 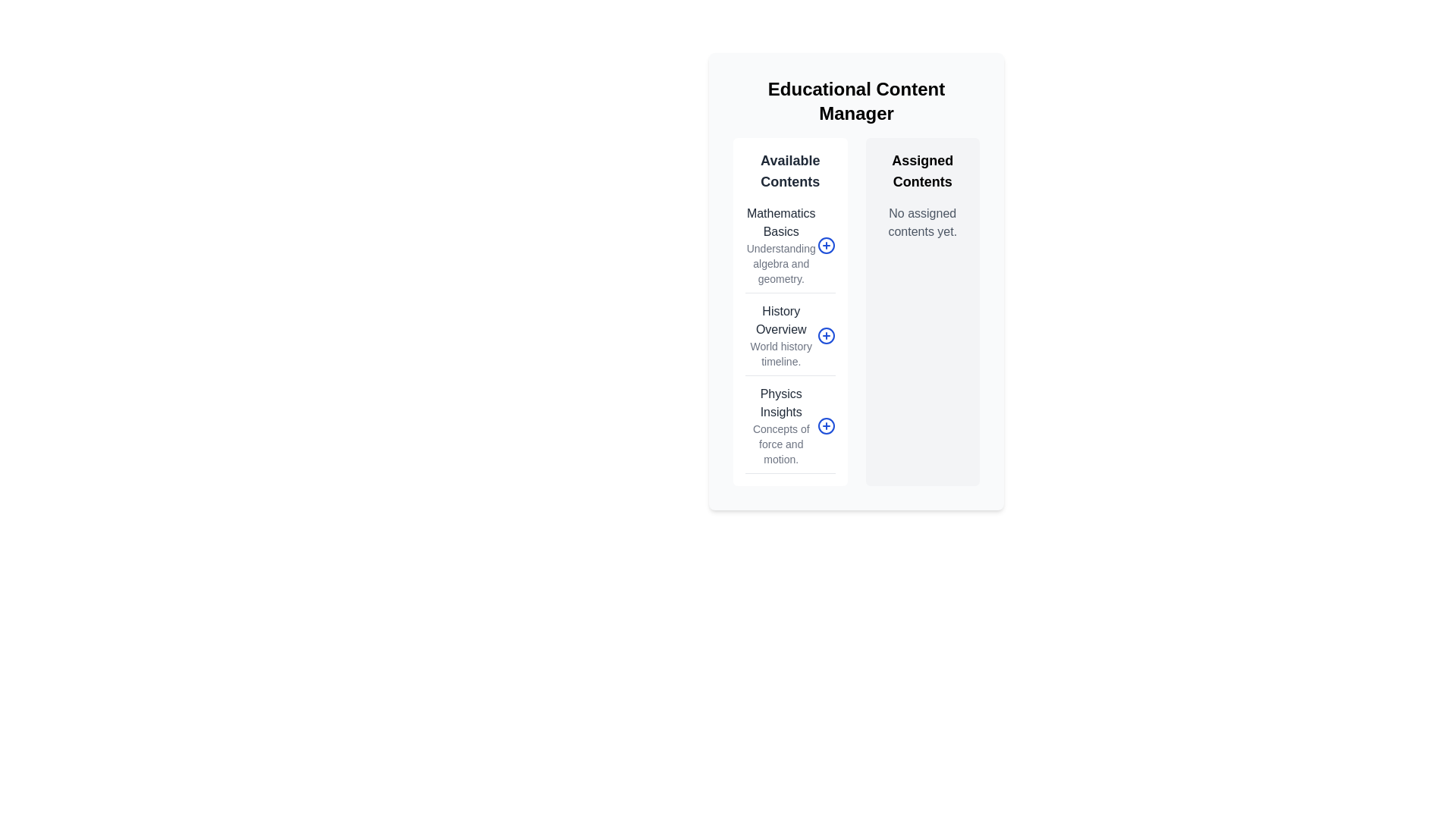 I want to click on the innermost circle of the circular icon located to the right of the 'Physics Insights' content in the 'Available Contents' column, so click(x=825, y=426).